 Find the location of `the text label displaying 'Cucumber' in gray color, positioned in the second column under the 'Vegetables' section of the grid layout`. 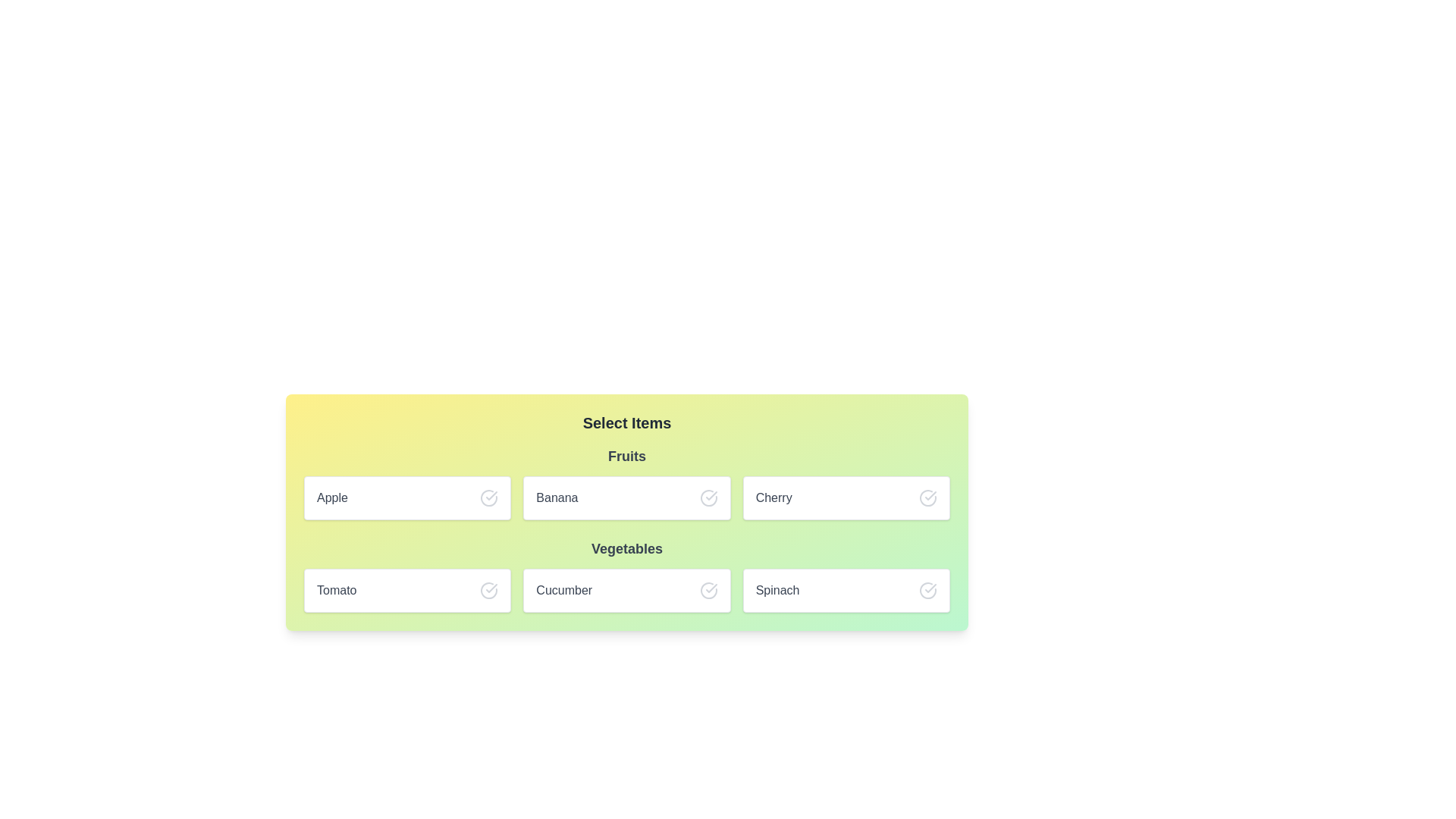

the text label displaying 'Cucumber' in gray color, positioned in the second column under the 'Vegetables' section of the grid layout is located at coordinates (563, 590).